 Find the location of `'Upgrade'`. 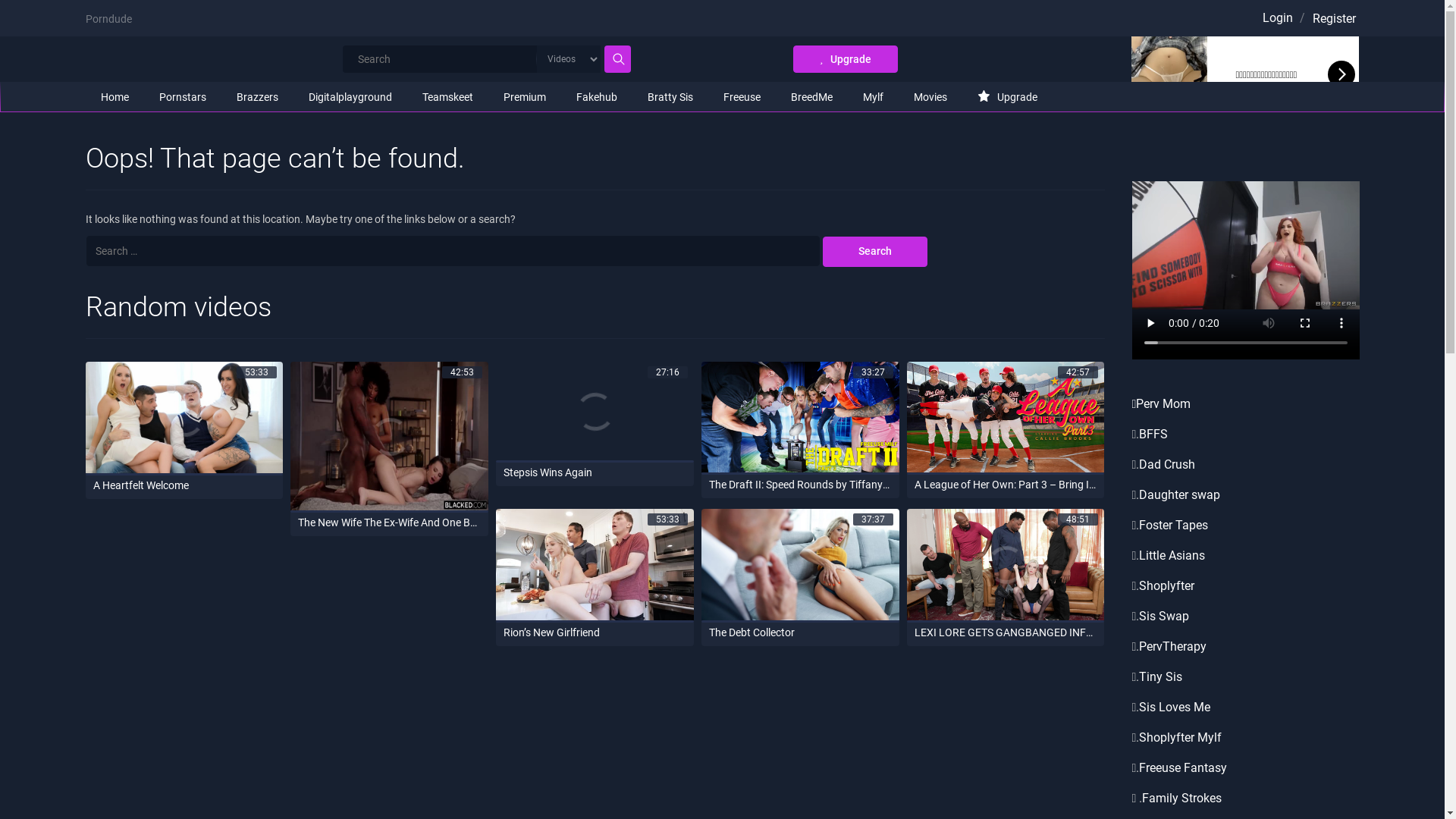

'Upgrade' is located at coordinates (844, 58).